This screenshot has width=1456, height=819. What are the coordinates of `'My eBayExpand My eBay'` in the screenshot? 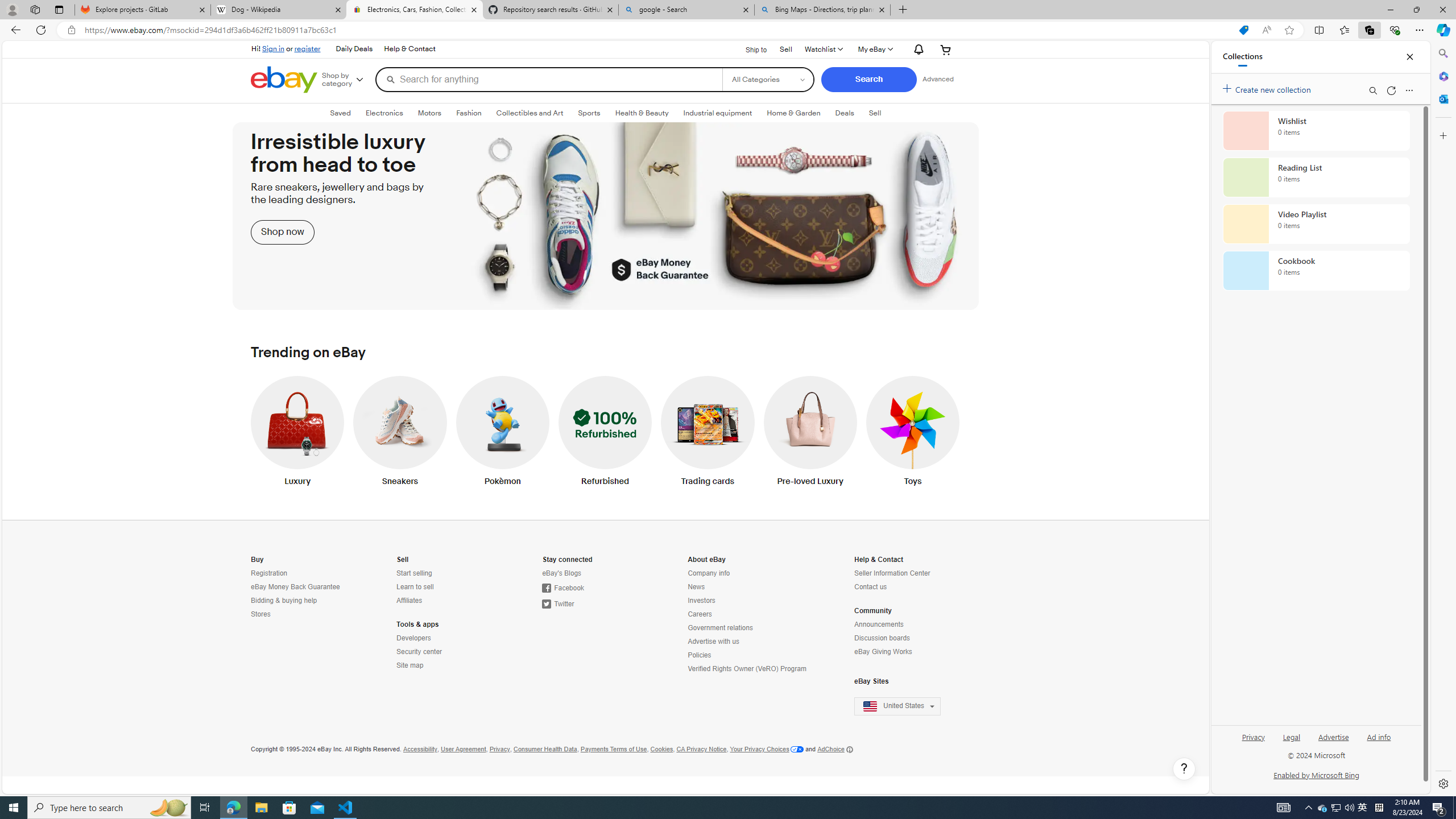 It's located at (874, 49).